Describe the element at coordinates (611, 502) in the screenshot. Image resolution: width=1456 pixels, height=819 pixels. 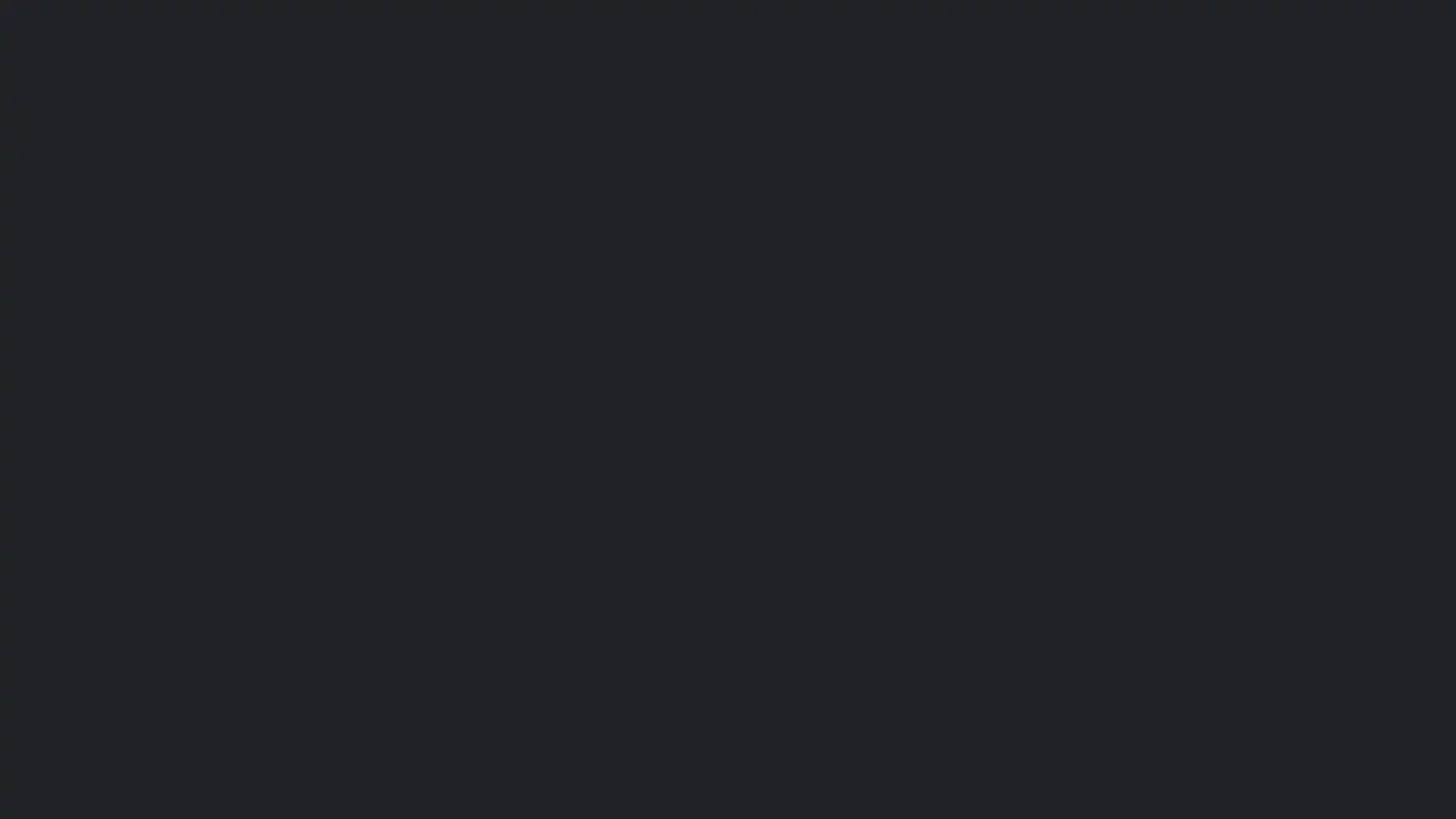
I see `Login` at that location.